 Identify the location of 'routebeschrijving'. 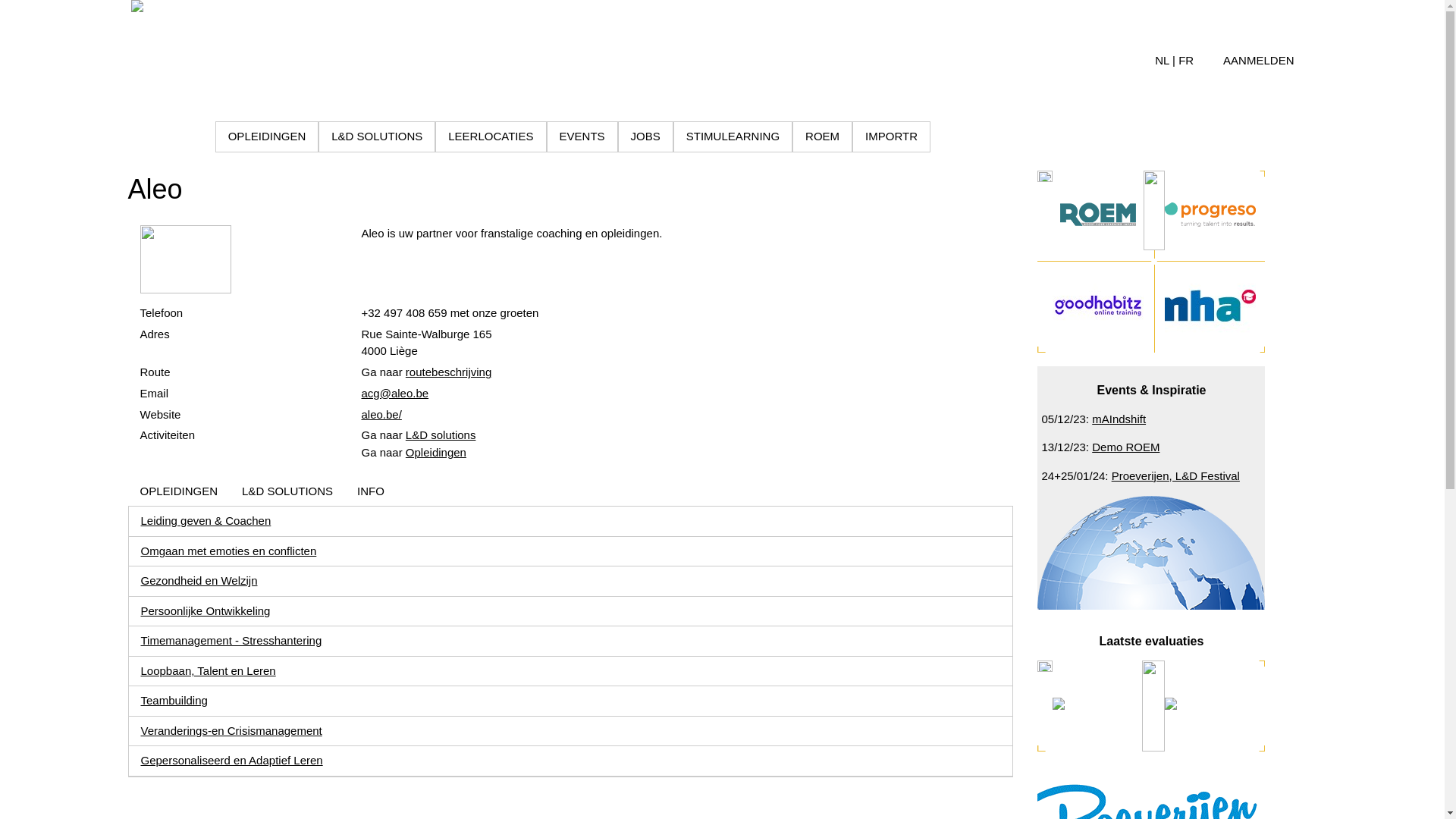
(405, 372).